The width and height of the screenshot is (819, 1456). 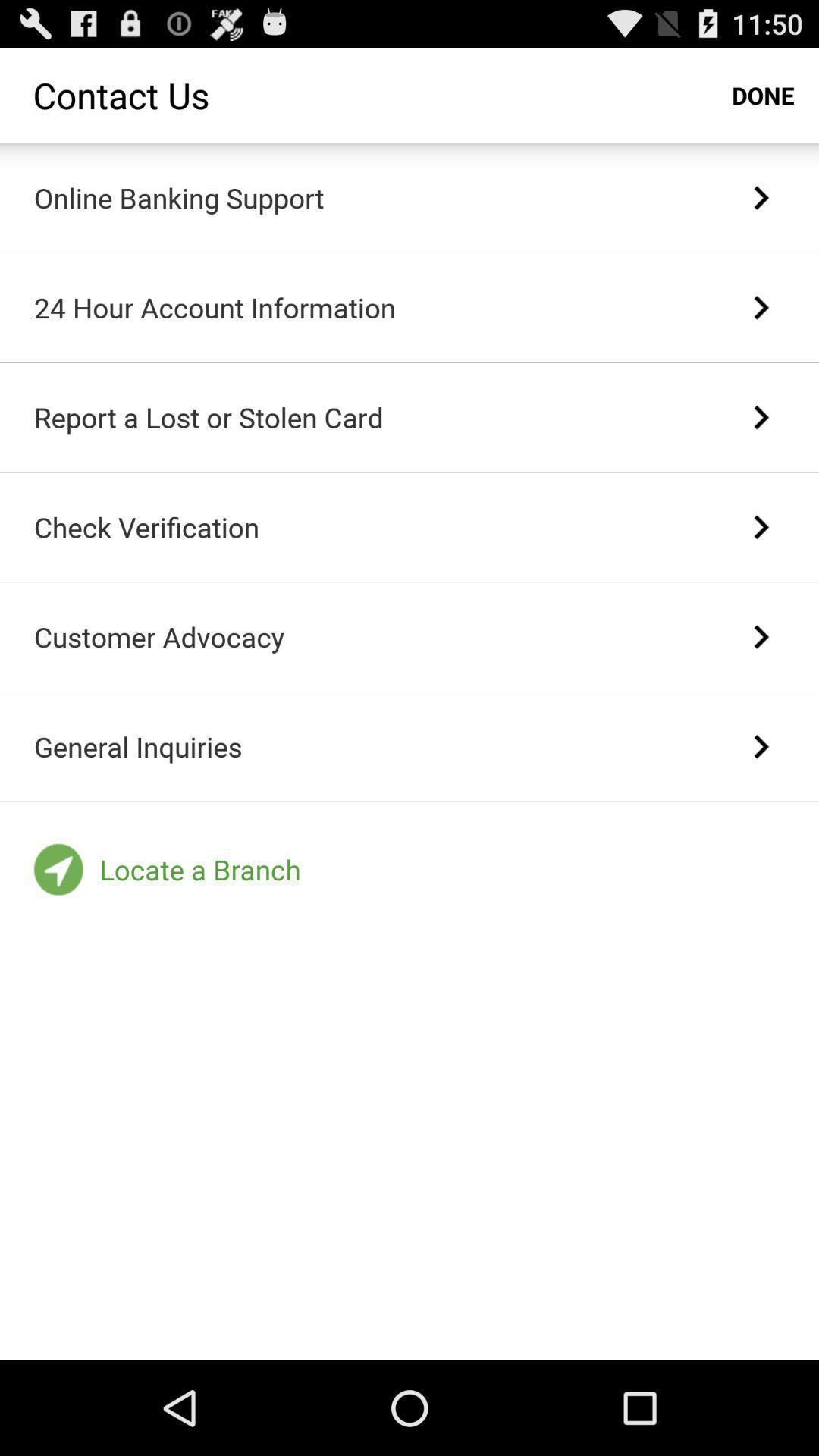 What do you see at coordinates (158, 637) in the screenshot?
I see `customer advocacy` at bounding box center [158, 637].